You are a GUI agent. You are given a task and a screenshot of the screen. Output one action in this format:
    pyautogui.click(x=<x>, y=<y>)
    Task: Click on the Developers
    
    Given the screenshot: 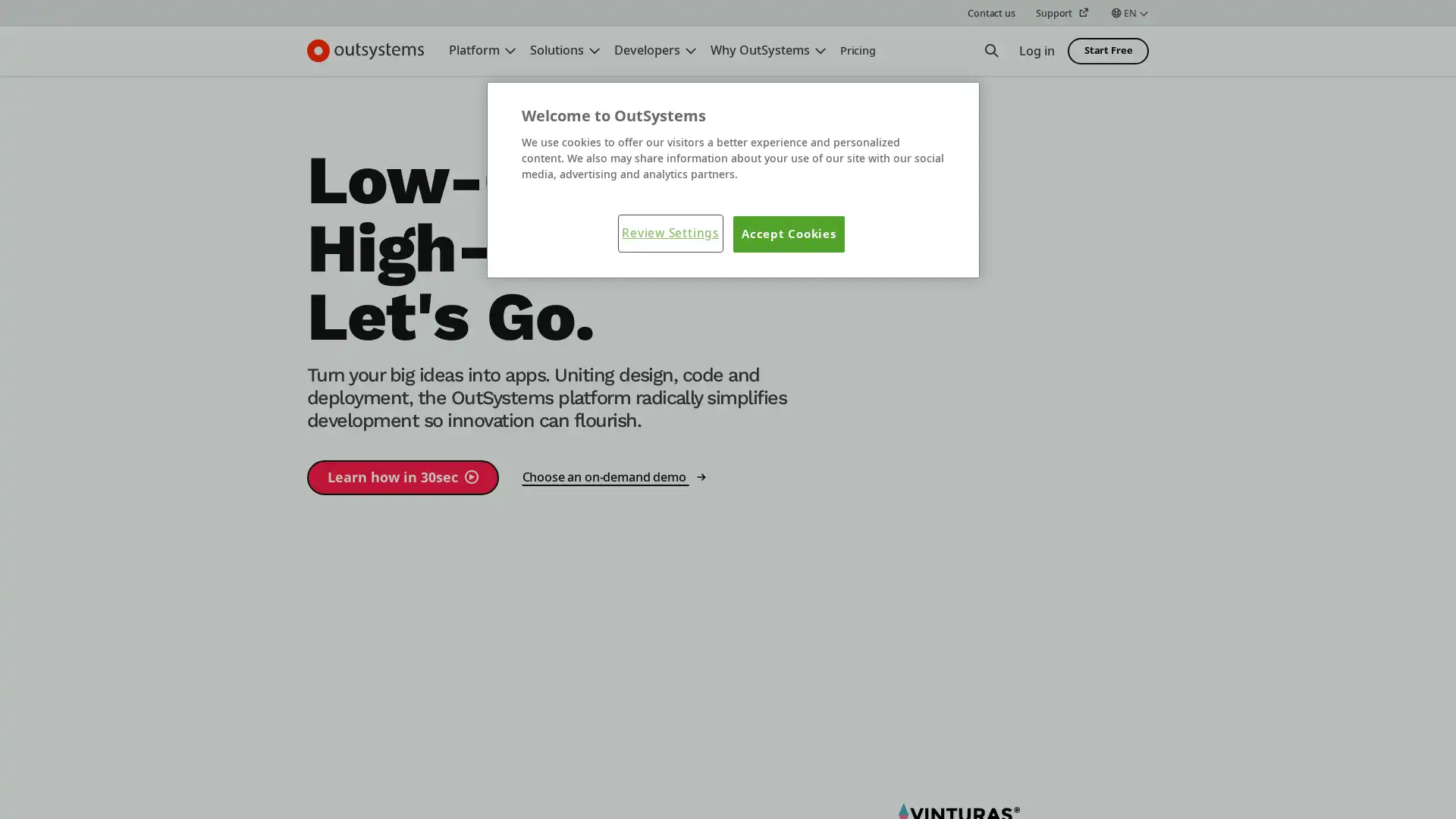 What is the action you would take?
    pyautogui.click(x=655, y=49)
    